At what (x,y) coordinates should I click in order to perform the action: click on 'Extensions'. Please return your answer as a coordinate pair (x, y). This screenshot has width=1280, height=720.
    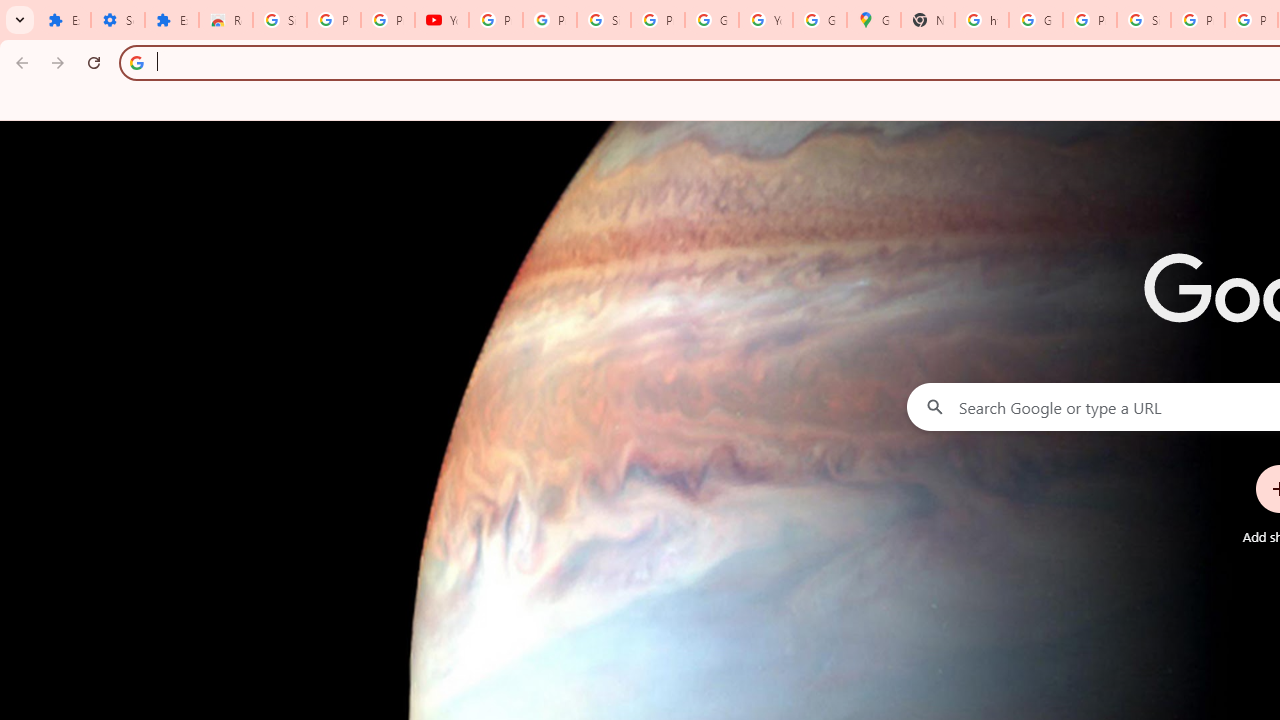
    Looking at the image, I should click on (171, 20).